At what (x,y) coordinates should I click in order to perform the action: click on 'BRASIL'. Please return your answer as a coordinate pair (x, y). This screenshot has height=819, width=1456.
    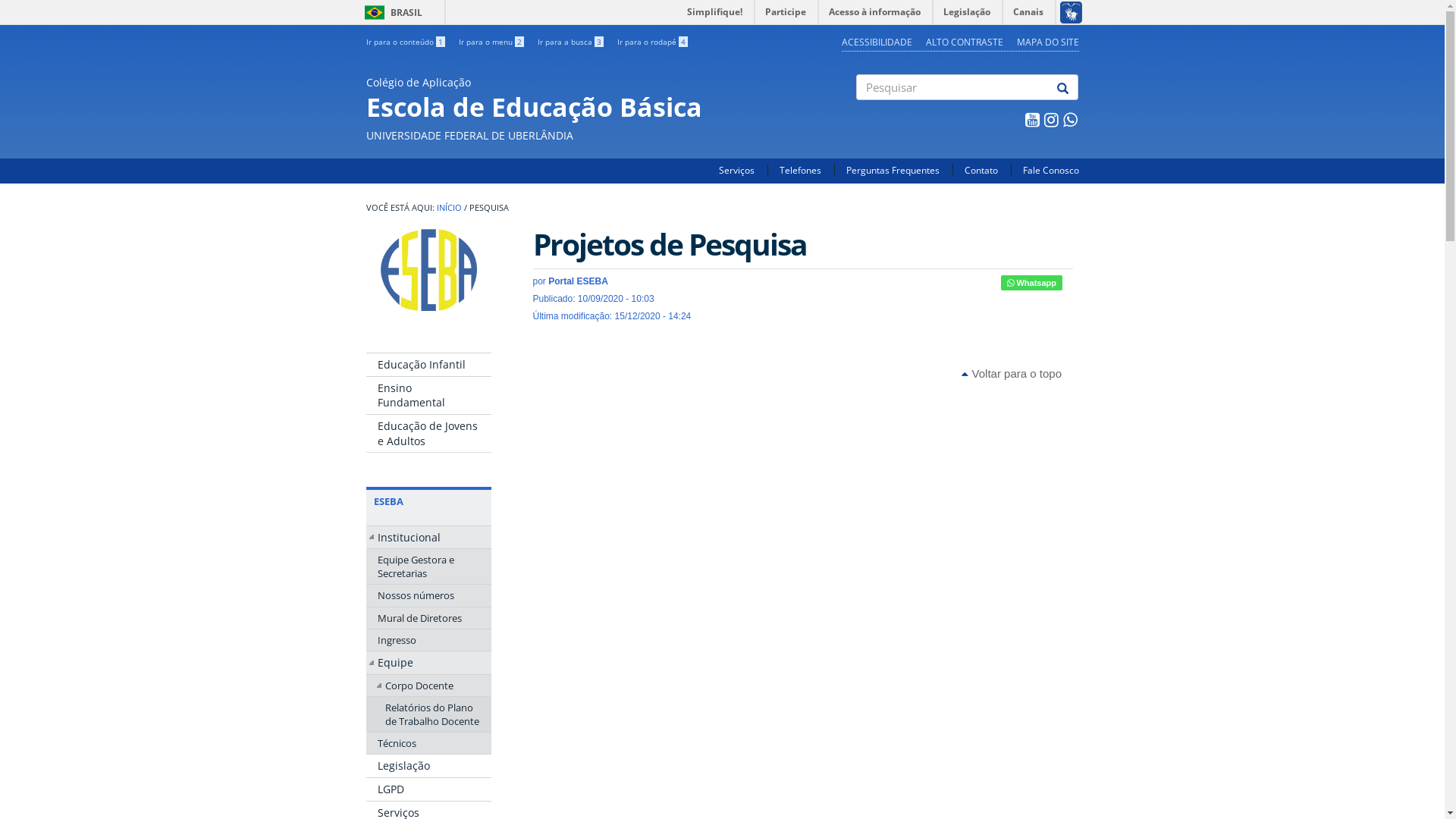
    Looking at the image, I should click on (374, 12).